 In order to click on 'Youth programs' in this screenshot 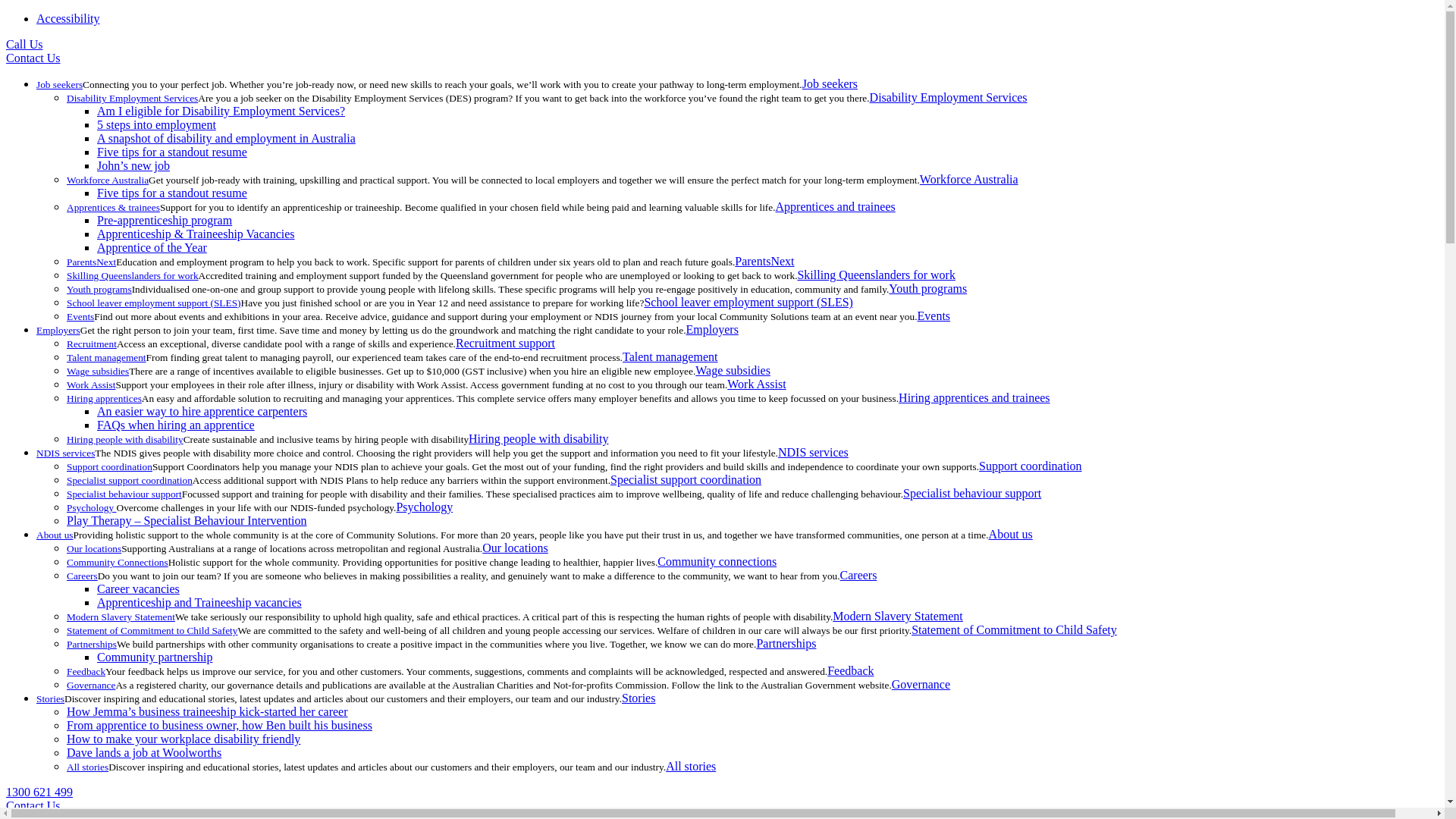, I will do `click(927, 288)`.